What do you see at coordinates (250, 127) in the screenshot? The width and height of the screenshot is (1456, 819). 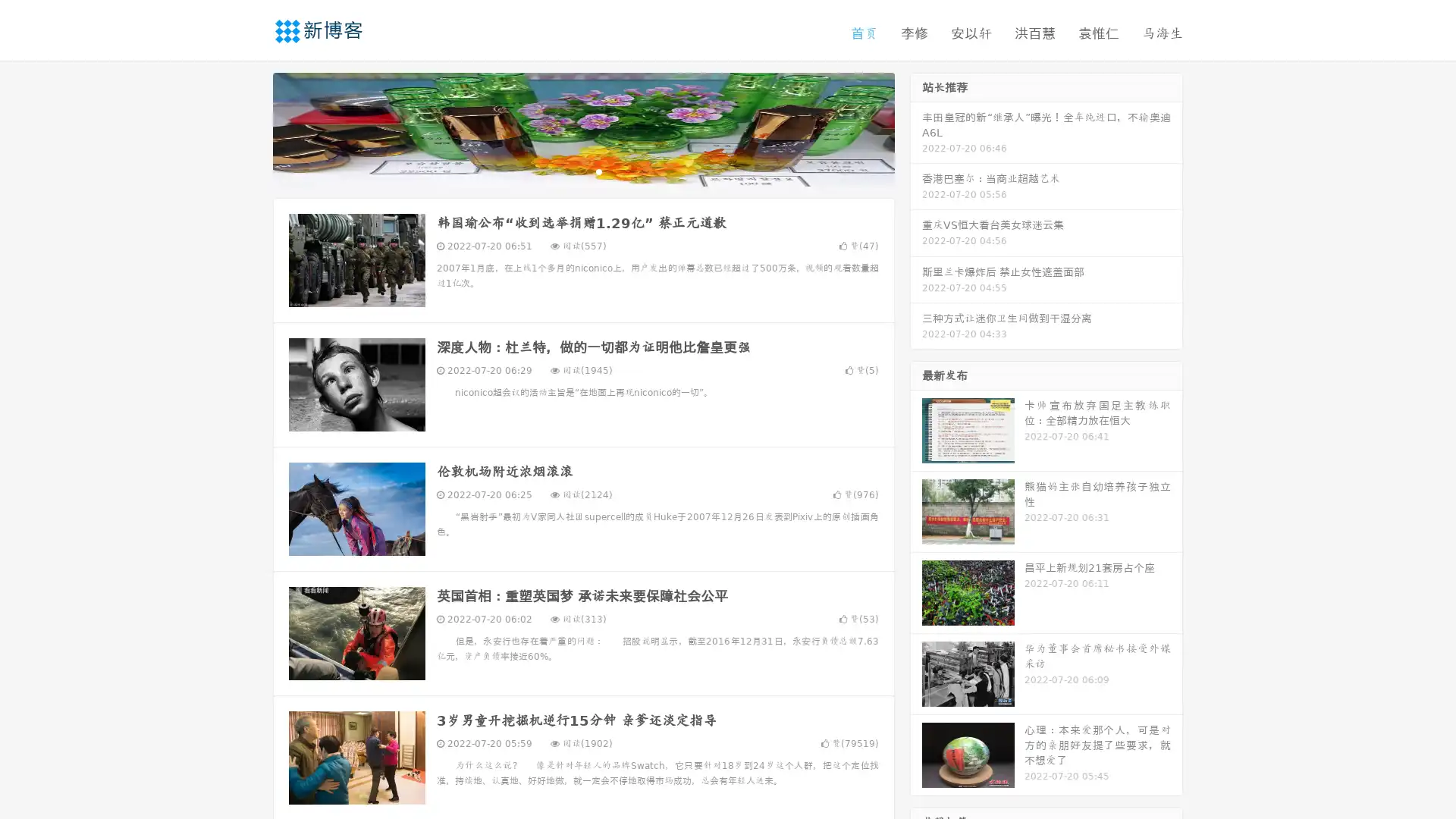 I see `Previous slide` at bounding box center [250, 127].